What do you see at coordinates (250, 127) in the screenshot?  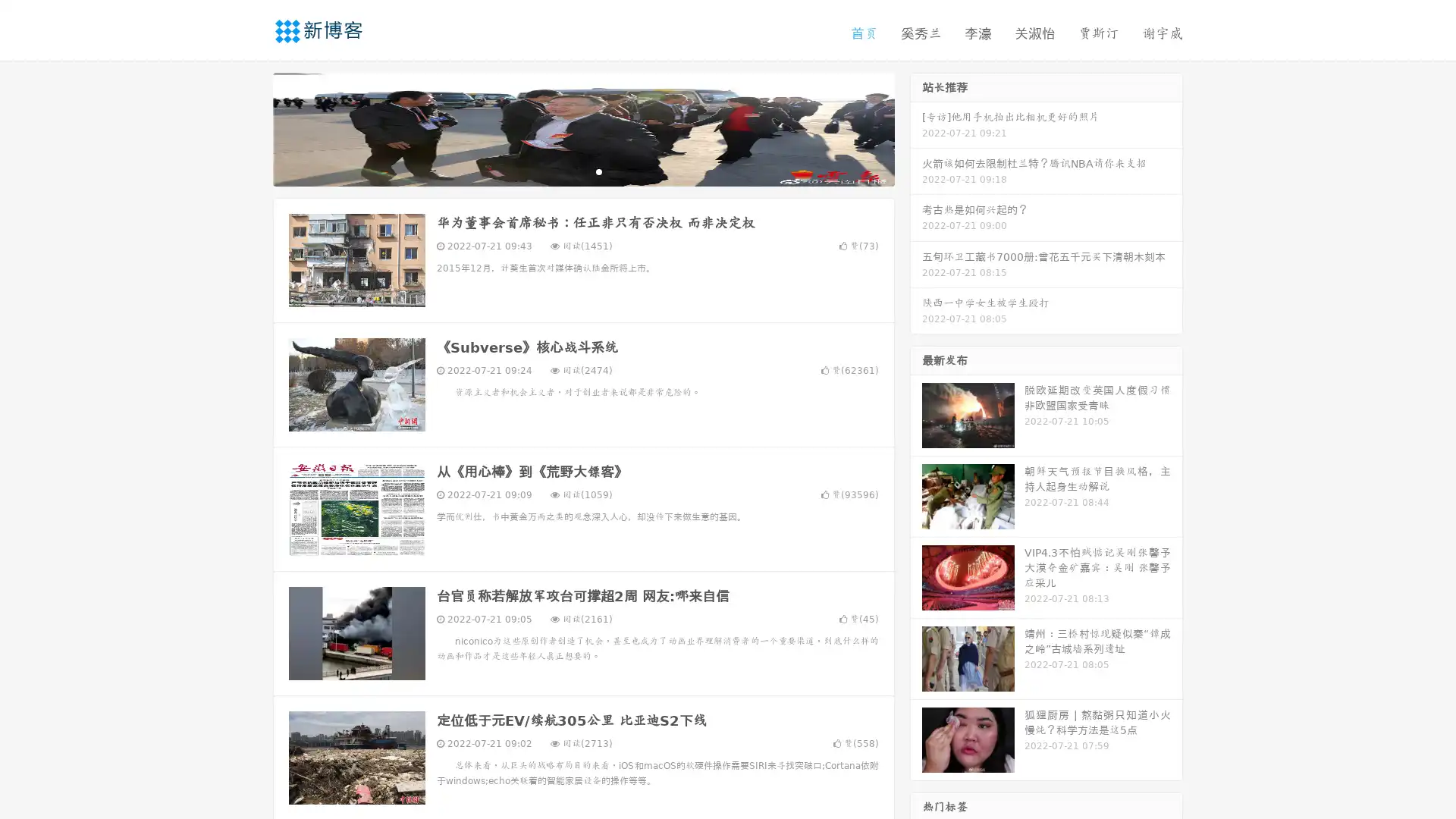 I see `Previous slide` at bounding box center [250, 127].